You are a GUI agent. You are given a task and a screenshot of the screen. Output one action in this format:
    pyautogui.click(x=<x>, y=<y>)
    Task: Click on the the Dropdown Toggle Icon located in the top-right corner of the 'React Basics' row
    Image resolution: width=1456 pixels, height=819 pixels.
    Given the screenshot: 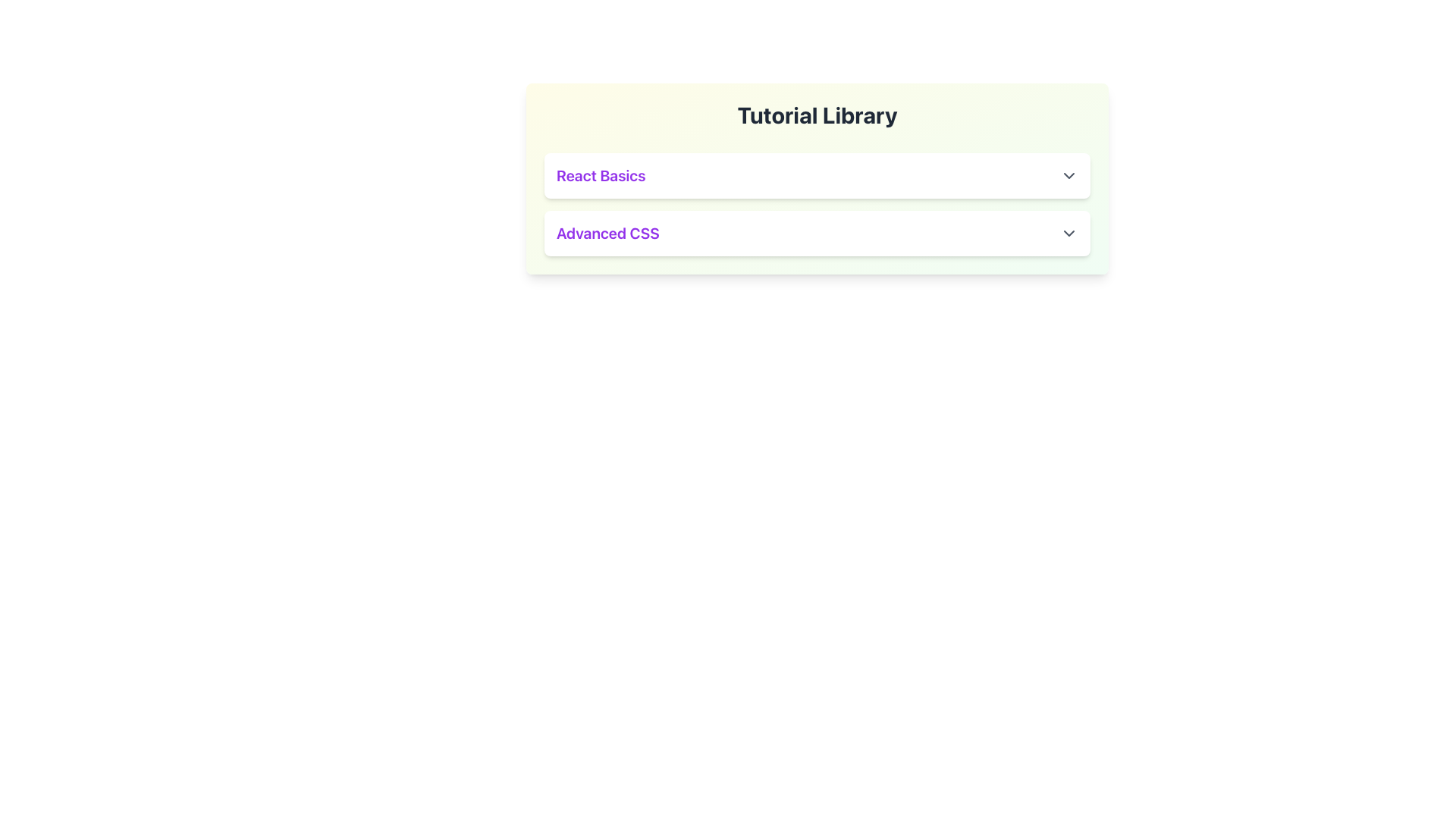 What is the action you would take?
    pyautogui.click(x=1068, y=174)
    